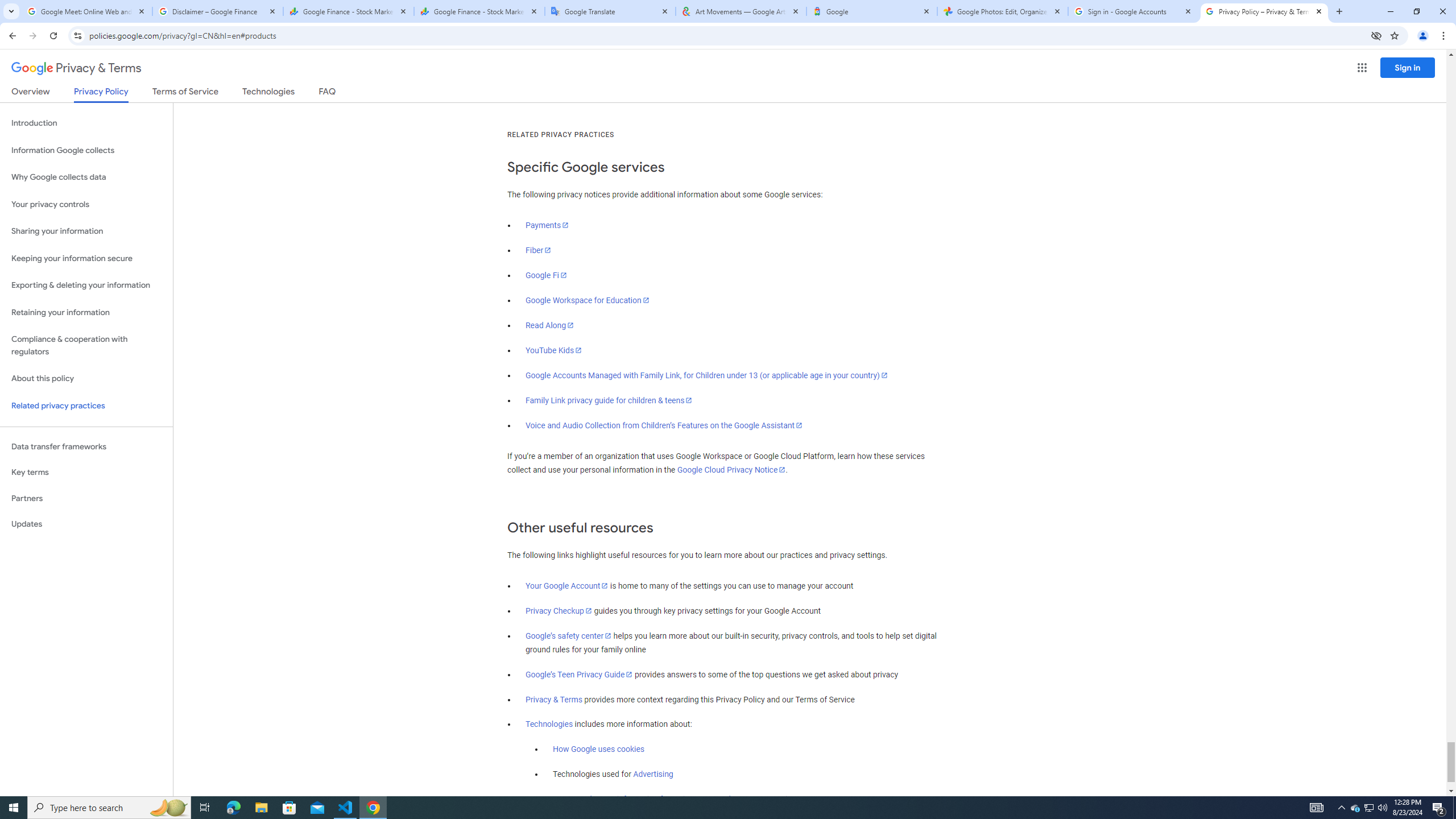  I want to click on 'Introduction', so click(86, 122).